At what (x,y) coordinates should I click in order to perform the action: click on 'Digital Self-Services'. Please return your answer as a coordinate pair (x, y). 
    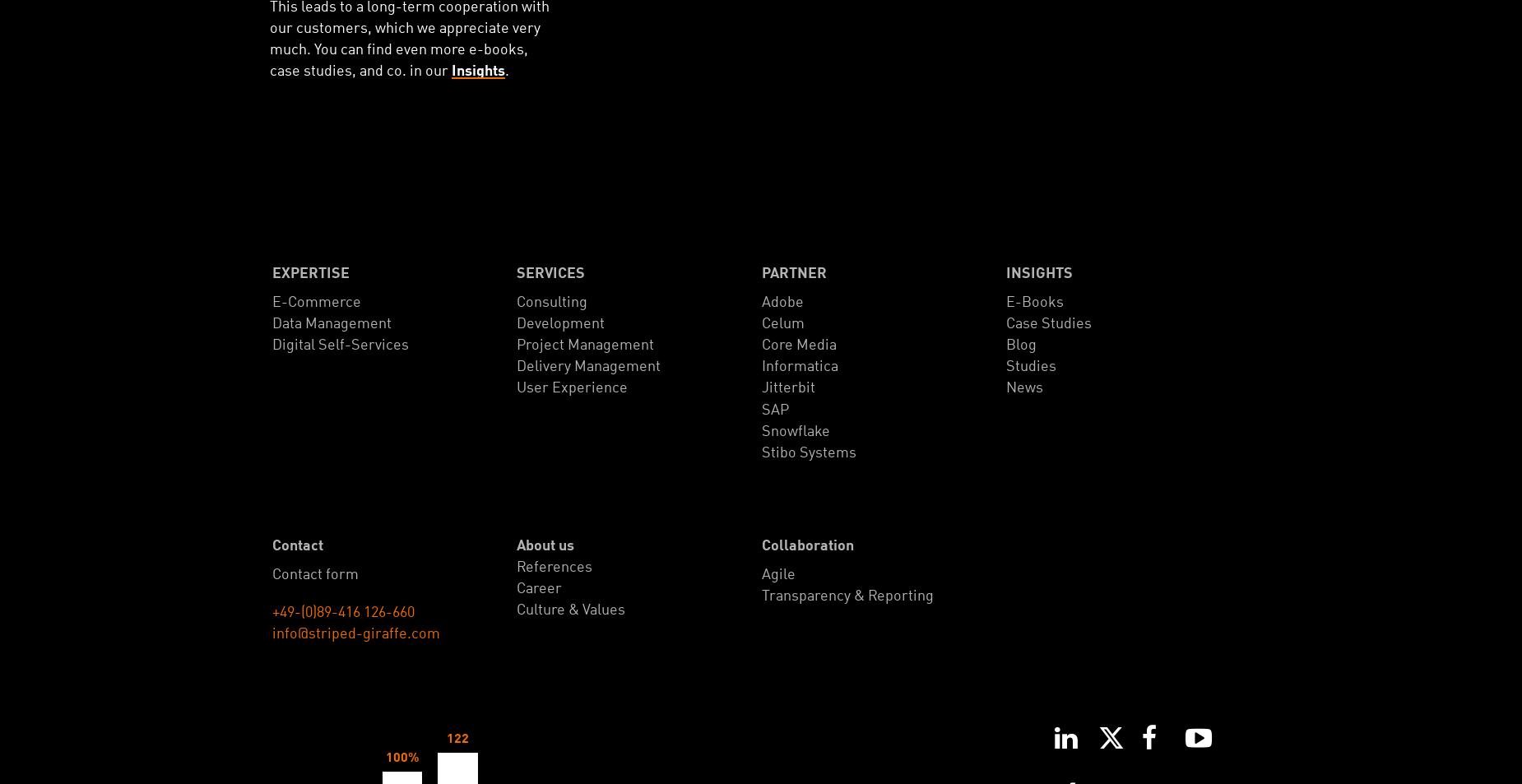
    Looking at the image, I should click on (340, 344).